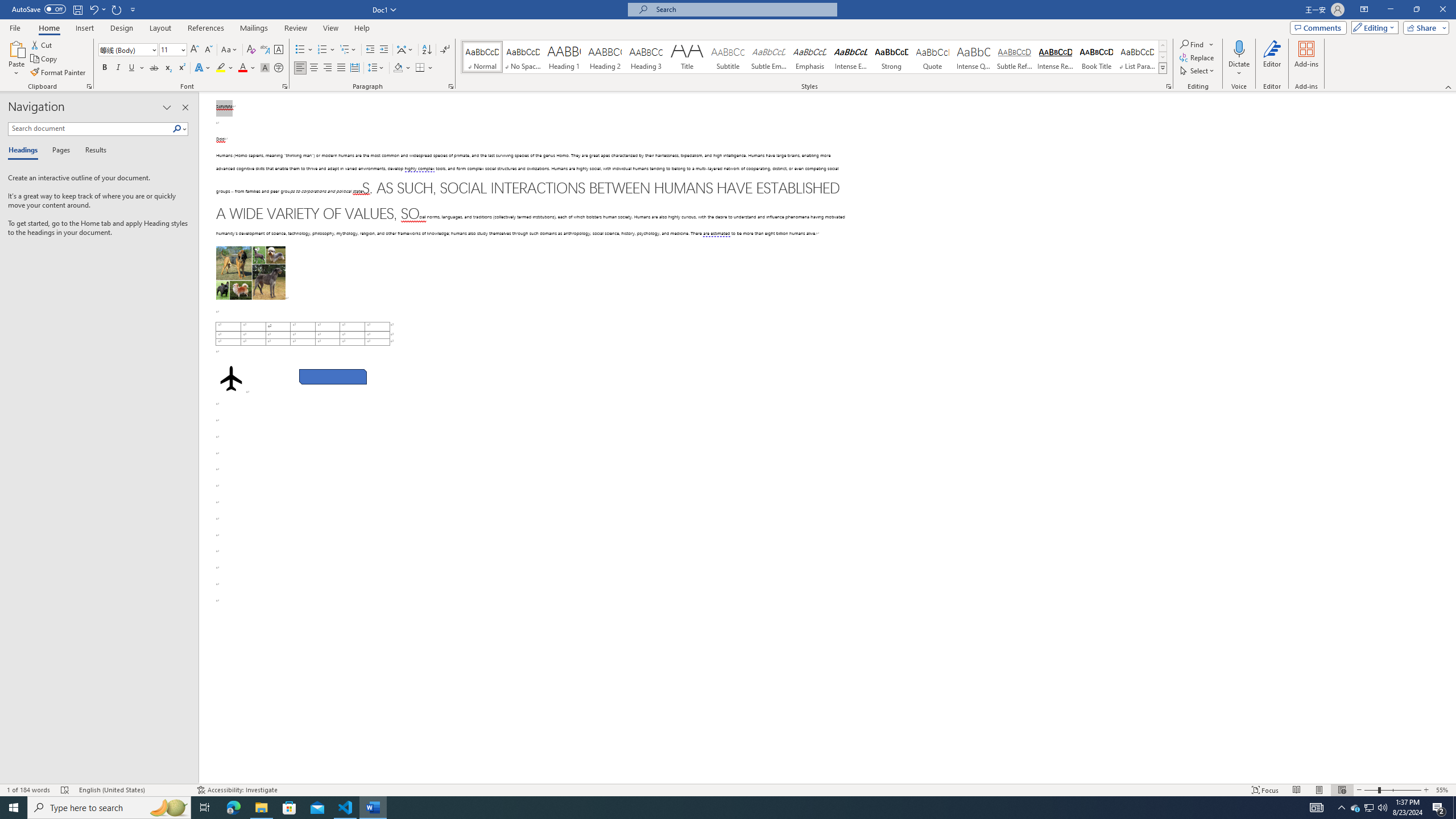 The width and height of the screenshot is (1456, 819). I want to click on 'Home', so click(48, 28).